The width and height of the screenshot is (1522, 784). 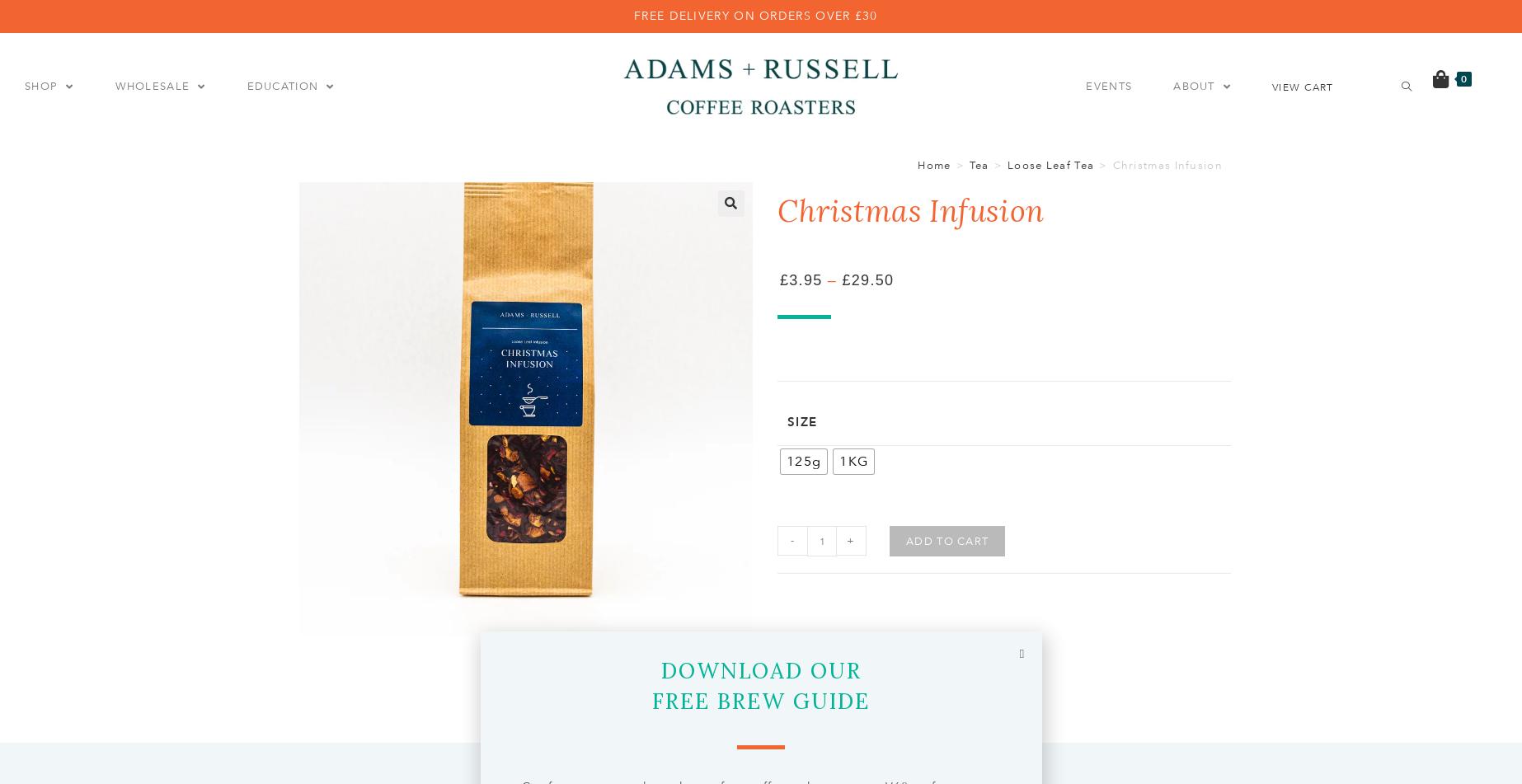 I want to click on 'ABOUT', so click(x=1172, y=86).